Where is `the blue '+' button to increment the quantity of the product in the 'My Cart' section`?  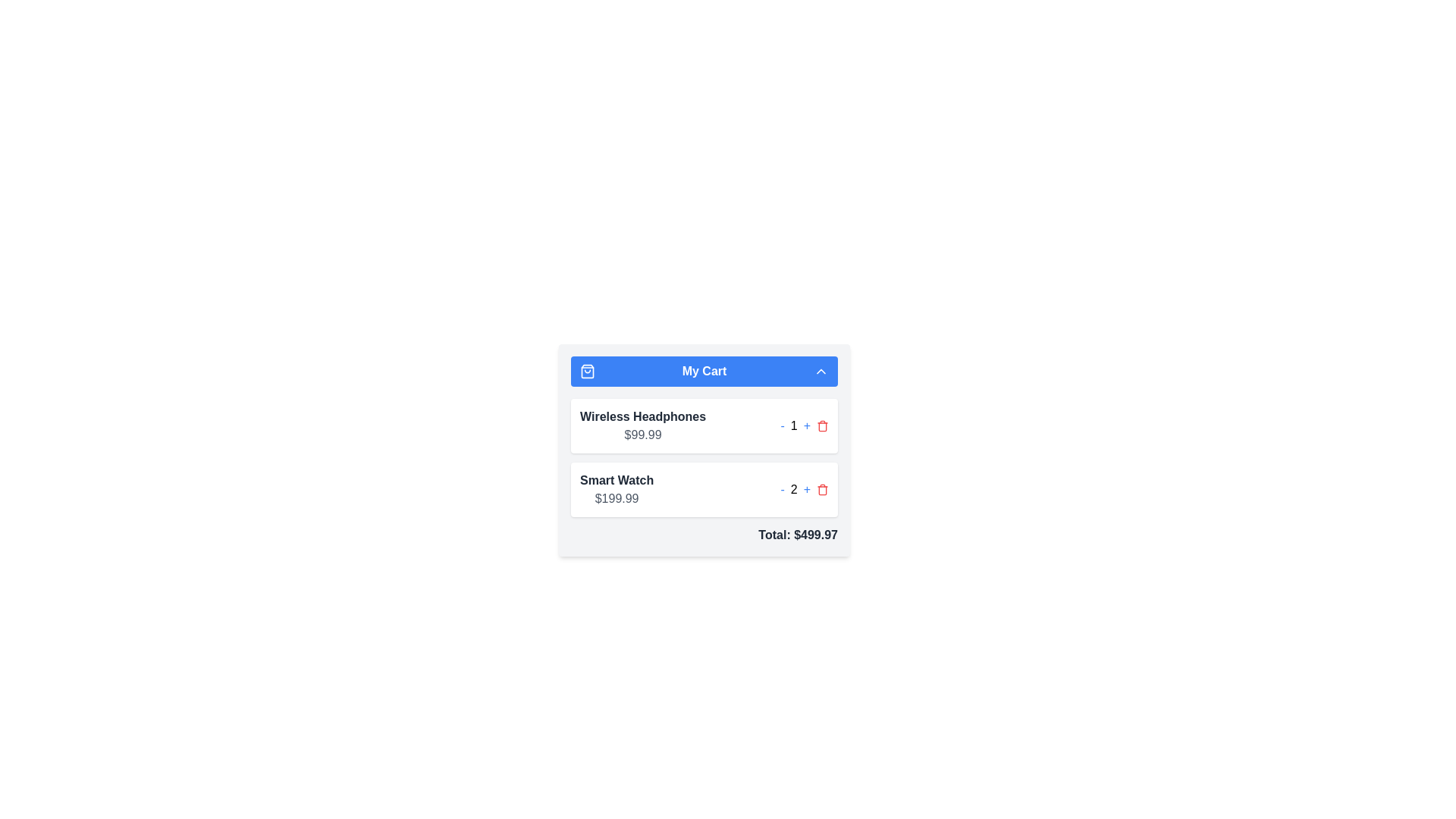 the blue '+' button to increment the quantity of the product in the 'My Cart' section is located at coordinates (806, 489).